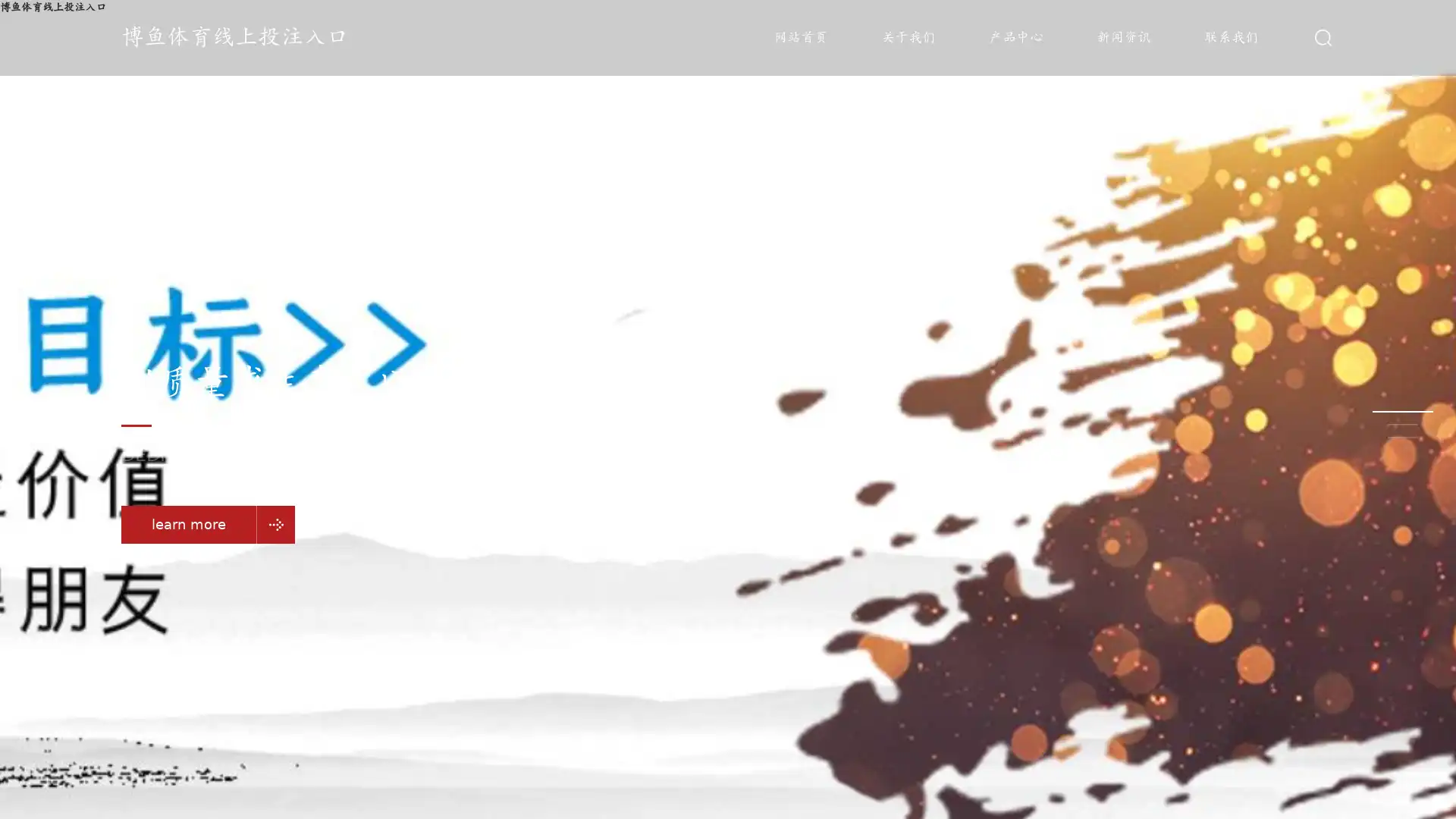  I want to click on Go to slide 2, so click(1401, 424).